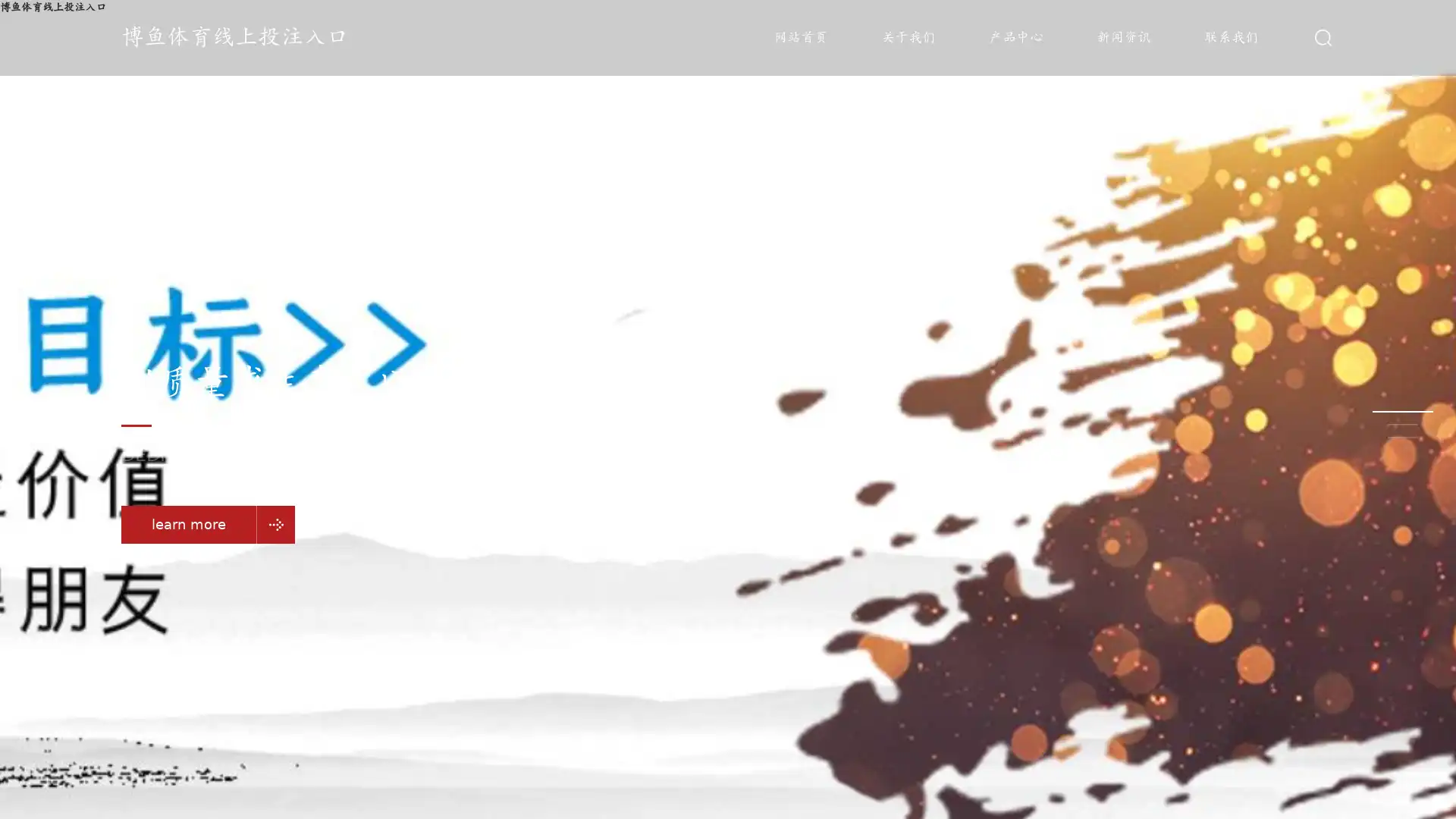  I want to click on Go to slide 2, so click(1401, 424).